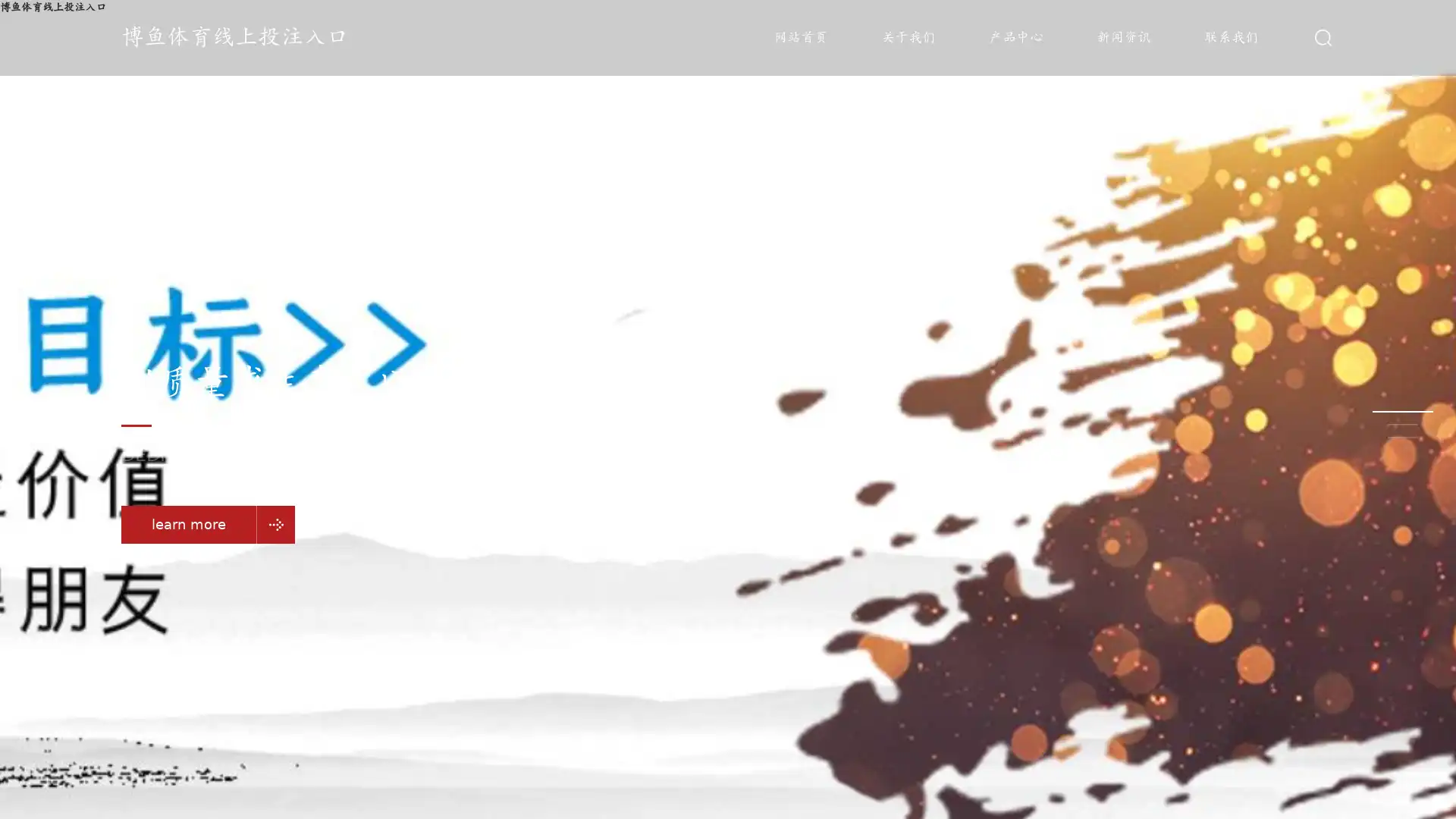  I want to click on Go to slide 2, so click(1401, 424).